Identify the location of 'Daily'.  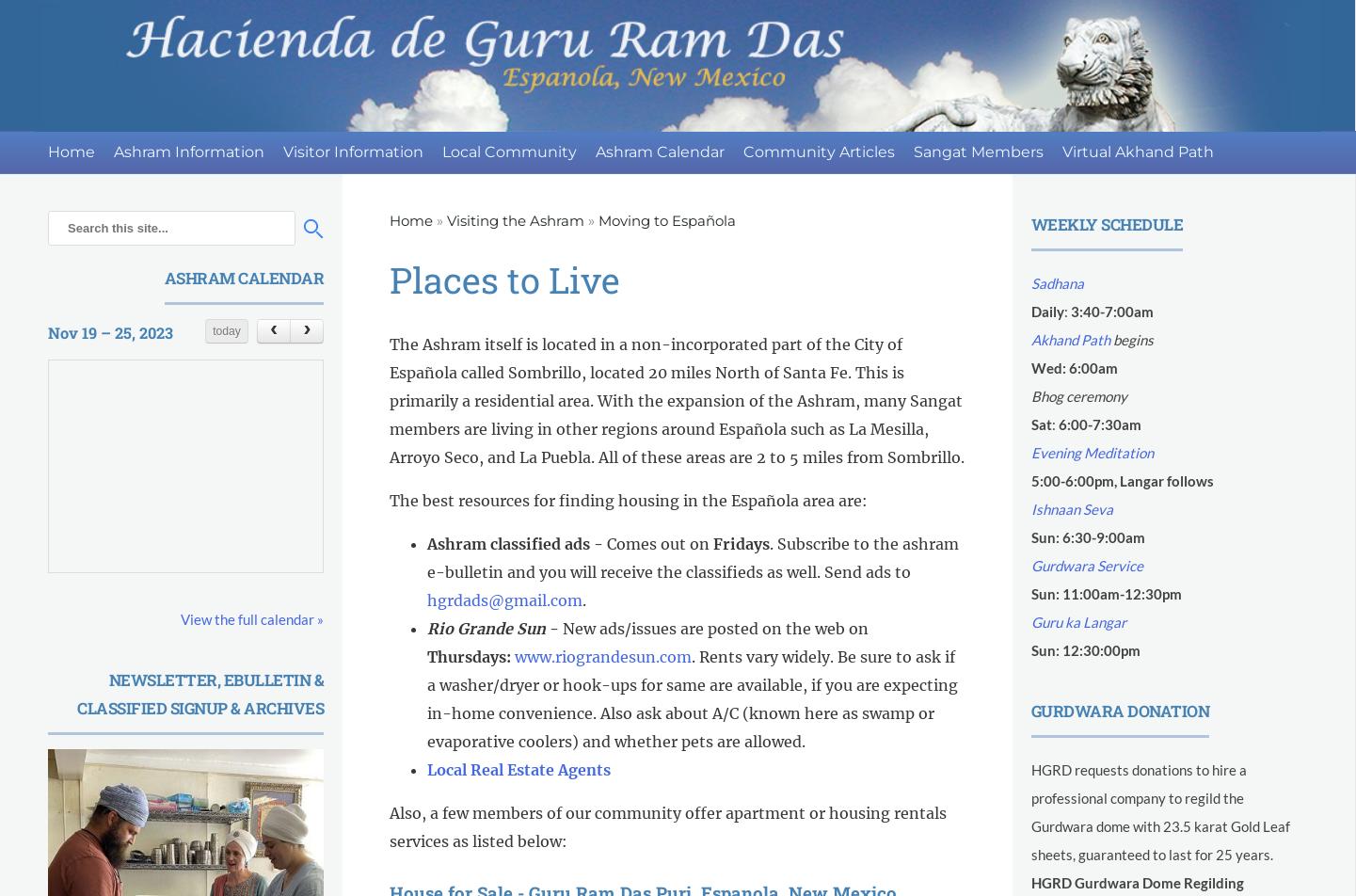
(1045, 312).